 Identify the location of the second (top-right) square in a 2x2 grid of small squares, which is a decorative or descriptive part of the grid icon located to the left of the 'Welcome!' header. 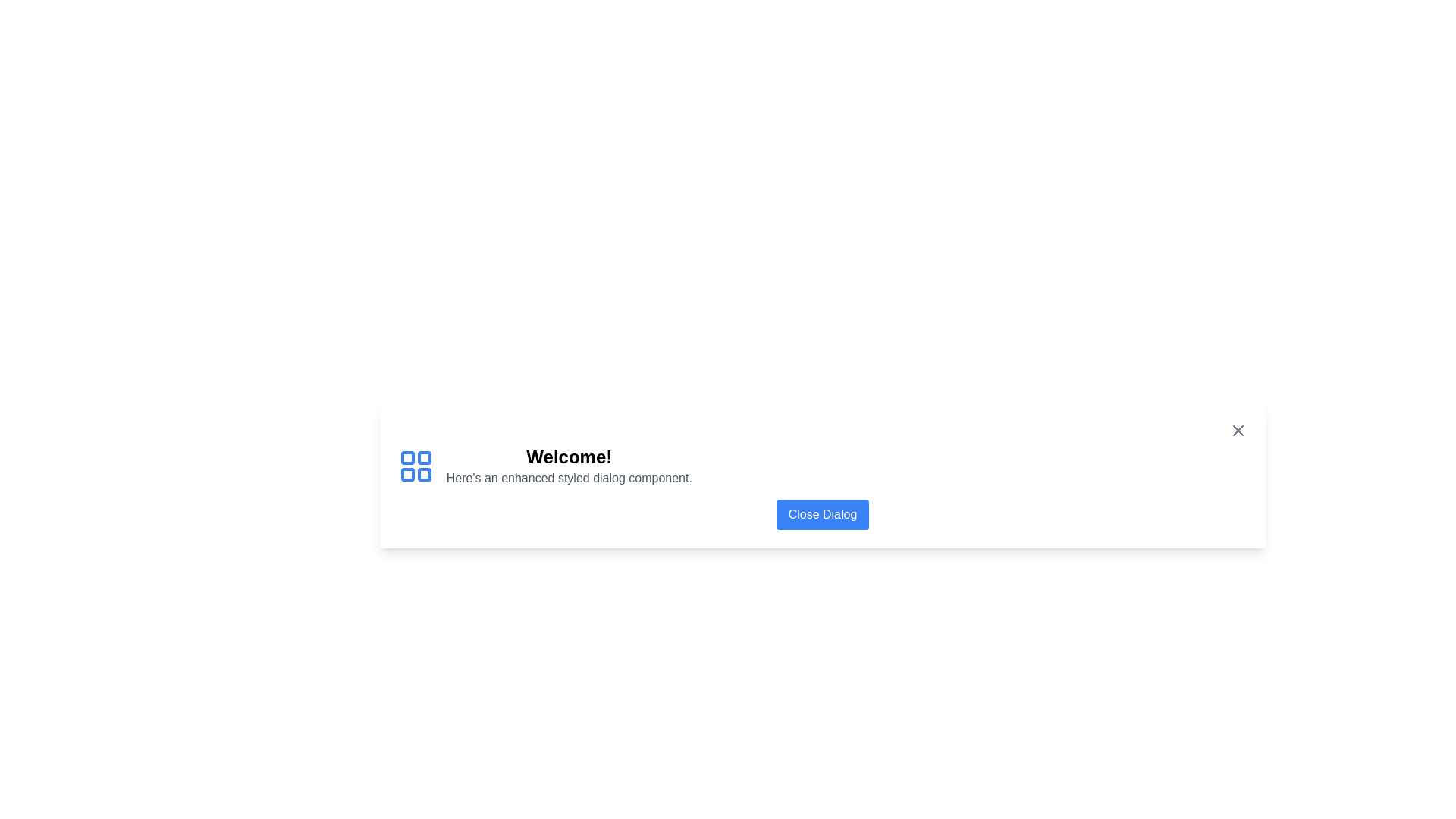
(424, 457).